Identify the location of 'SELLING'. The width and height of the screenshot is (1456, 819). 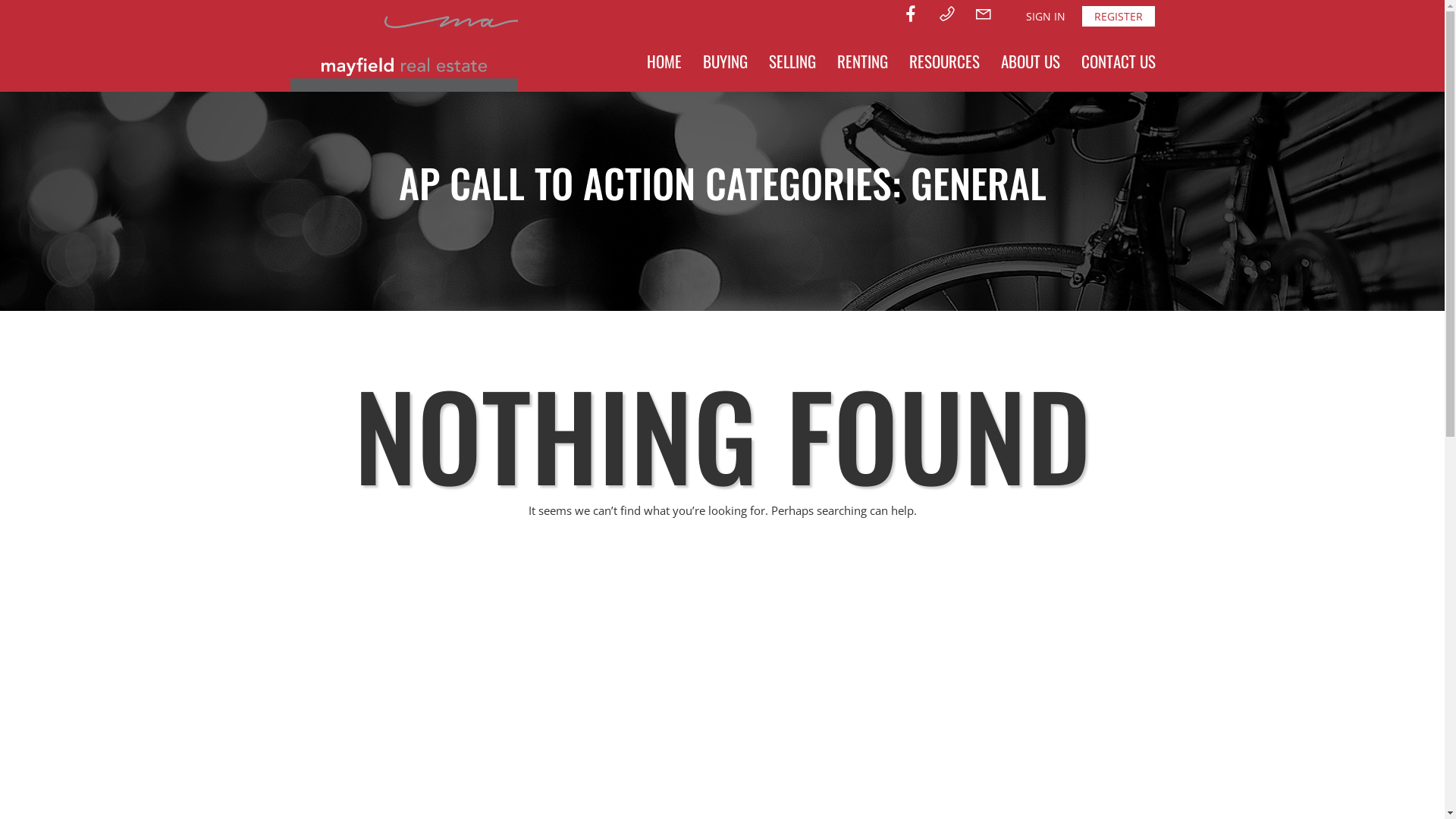
(792, 61).